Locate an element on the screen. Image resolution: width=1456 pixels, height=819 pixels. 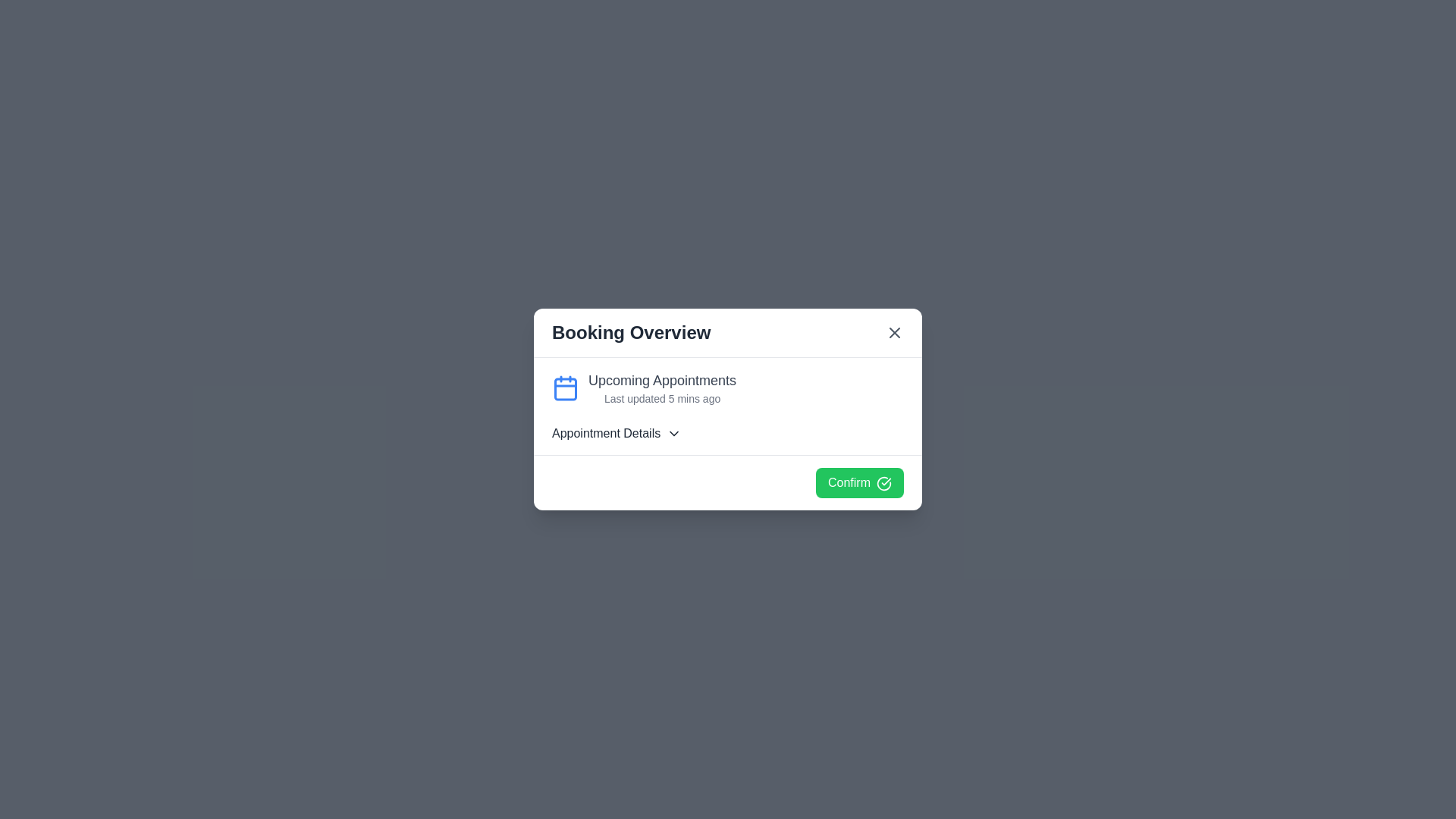
the confirmation icon located to the right of the 'Confirm' button's text, which visually reinforces the confirmation action is located at coordinates (884, 482).